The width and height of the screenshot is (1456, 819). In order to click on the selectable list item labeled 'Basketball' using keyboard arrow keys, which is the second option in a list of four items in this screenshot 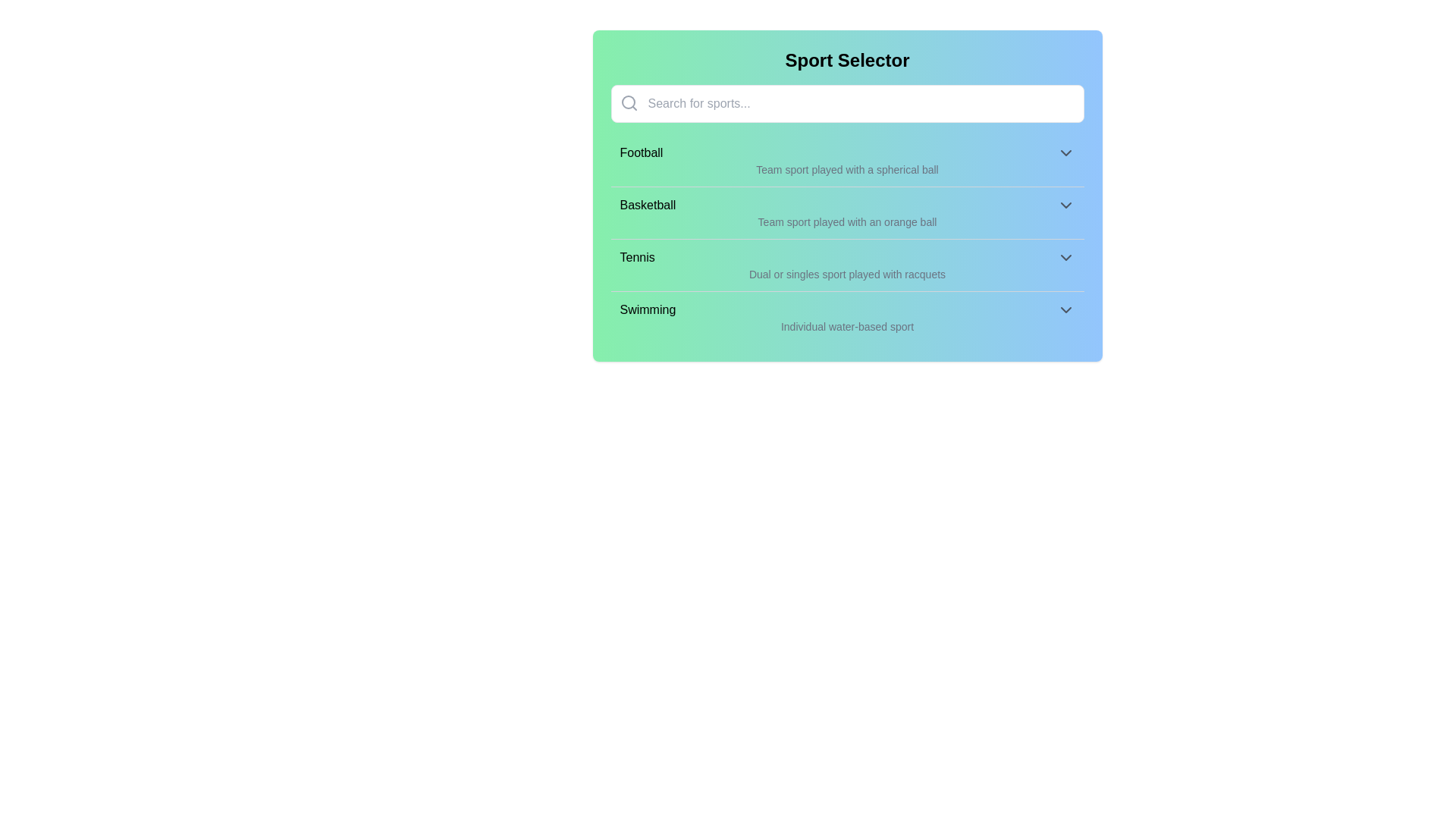, I will do `click(846, 212)`.